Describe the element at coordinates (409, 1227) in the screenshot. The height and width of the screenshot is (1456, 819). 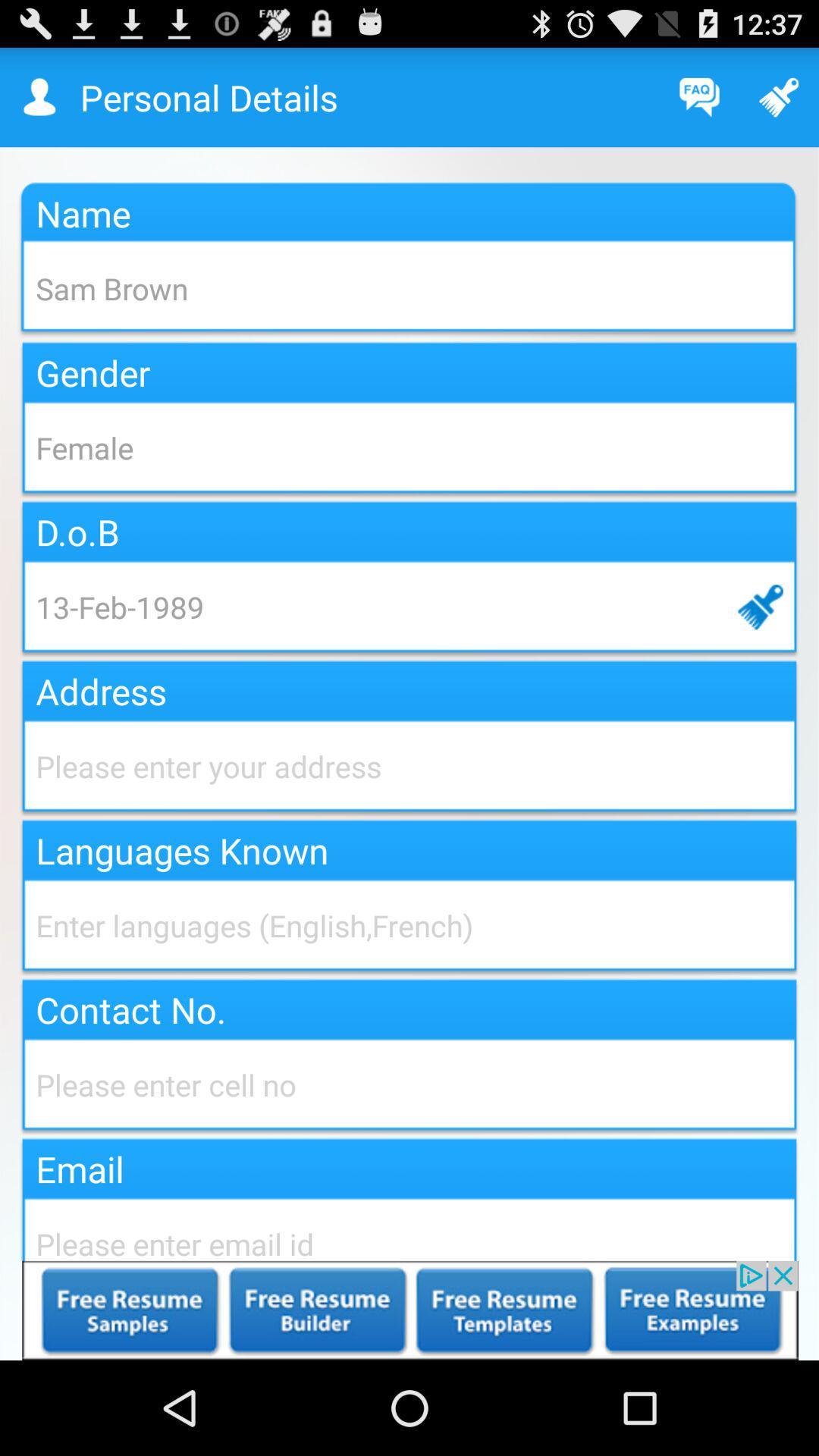
I see `email id` at that location.